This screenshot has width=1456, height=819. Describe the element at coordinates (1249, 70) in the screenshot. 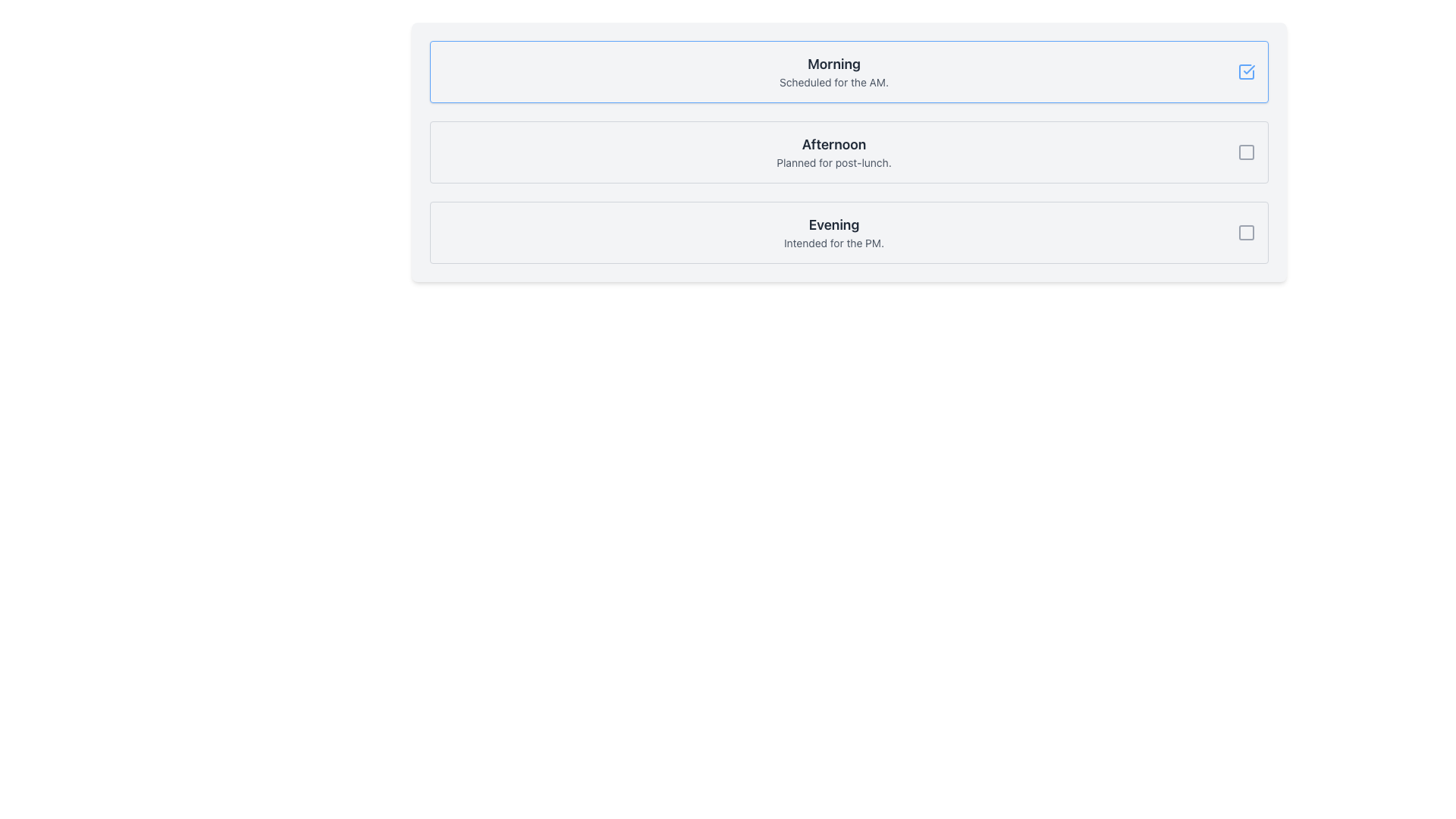

I see `the Graphical Icon (Checkmark) located in the upper-right corner of the first item in the checklist interface` at that location.